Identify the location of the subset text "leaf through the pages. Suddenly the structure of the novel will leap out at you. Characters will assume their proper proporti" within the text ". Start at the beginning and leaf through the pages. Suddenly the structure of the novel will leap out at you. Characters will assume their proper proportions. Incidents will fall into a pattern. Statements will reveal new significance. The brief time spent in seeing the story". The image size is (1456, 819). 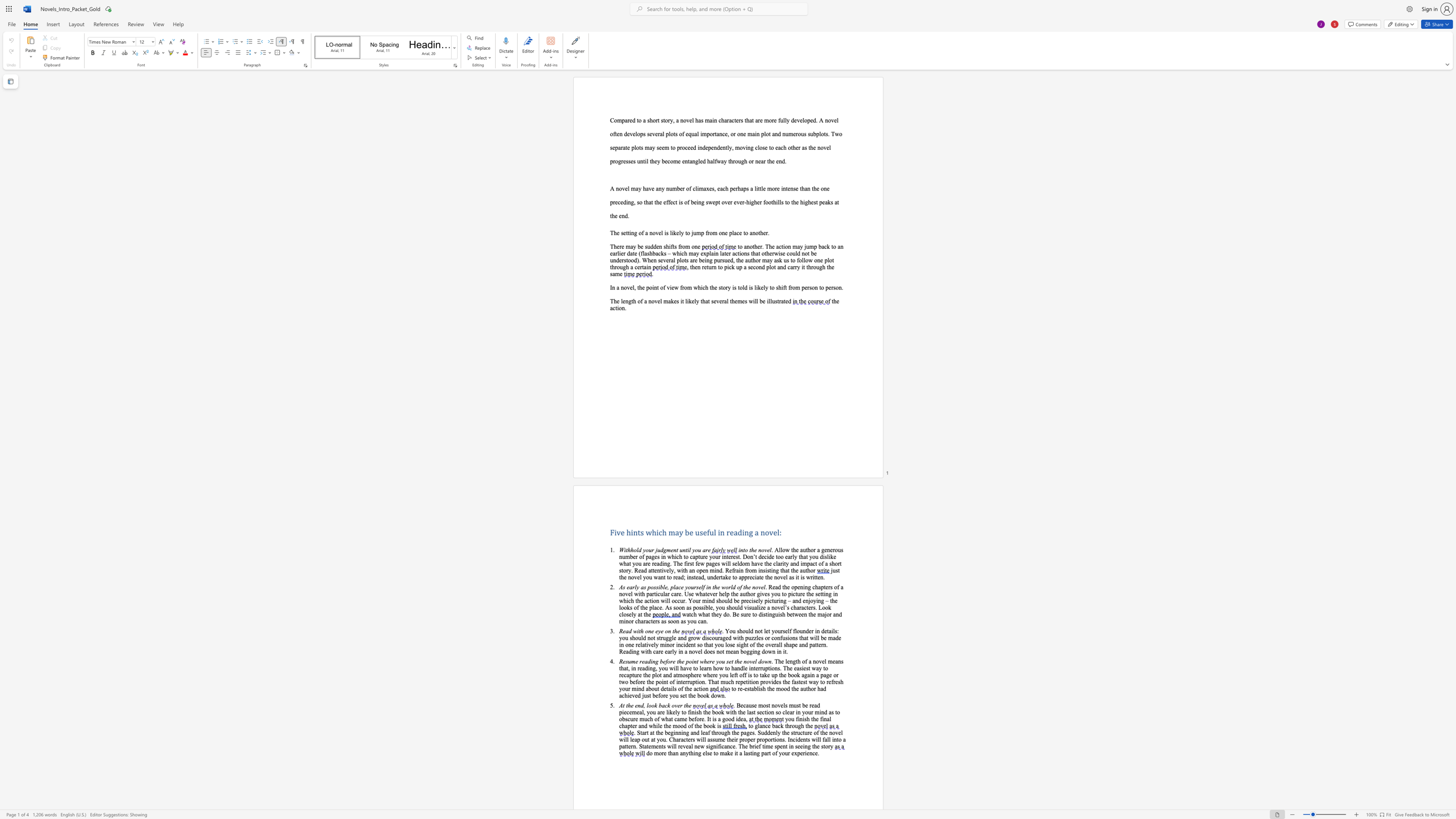
(700, 732).